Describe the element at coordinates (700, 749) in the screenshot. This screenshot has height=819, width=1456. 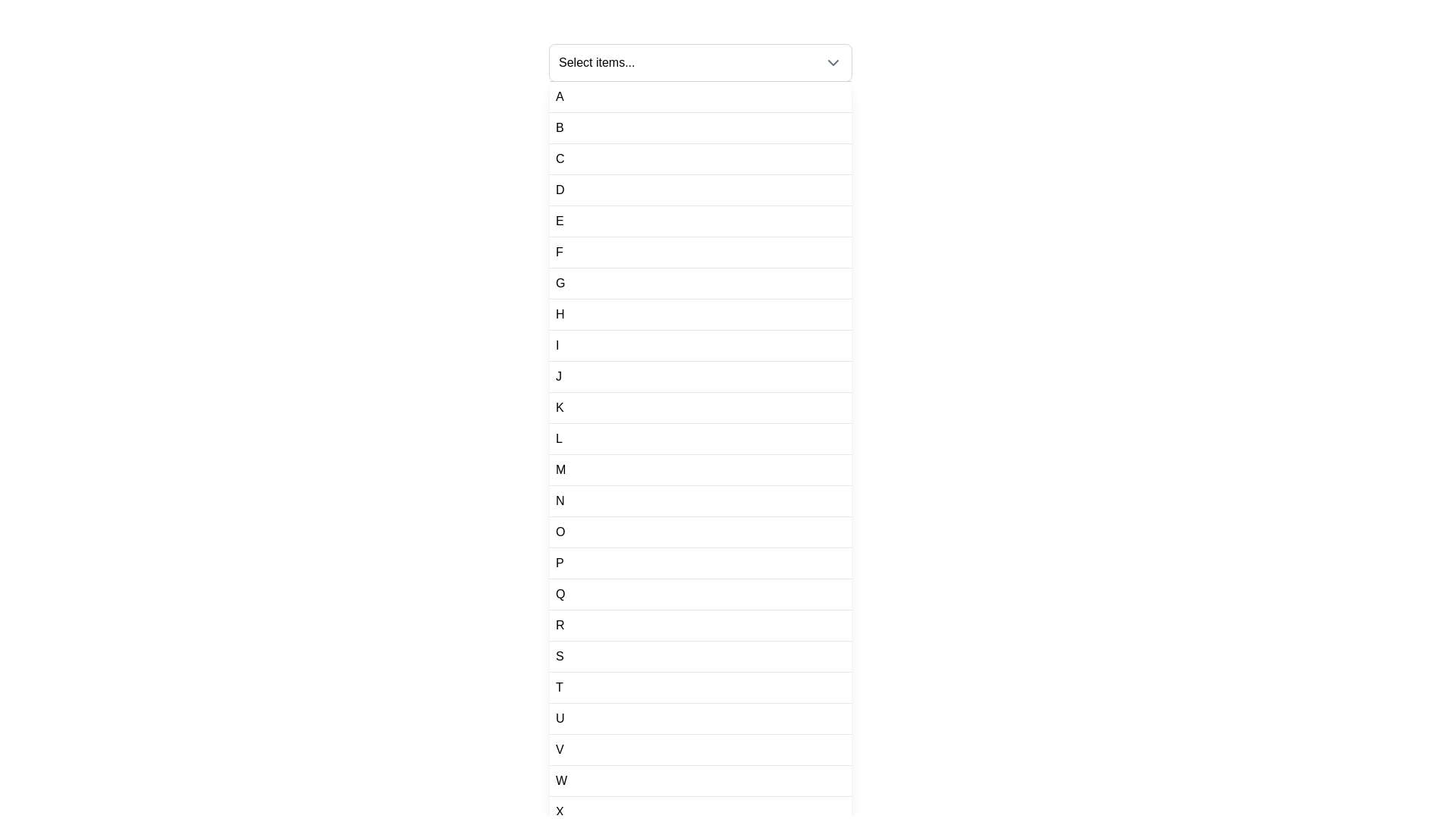
I see `the selectable list item located at the 22nd position in the vertical list, which is positioned between 'U' and 'W'` at that location.